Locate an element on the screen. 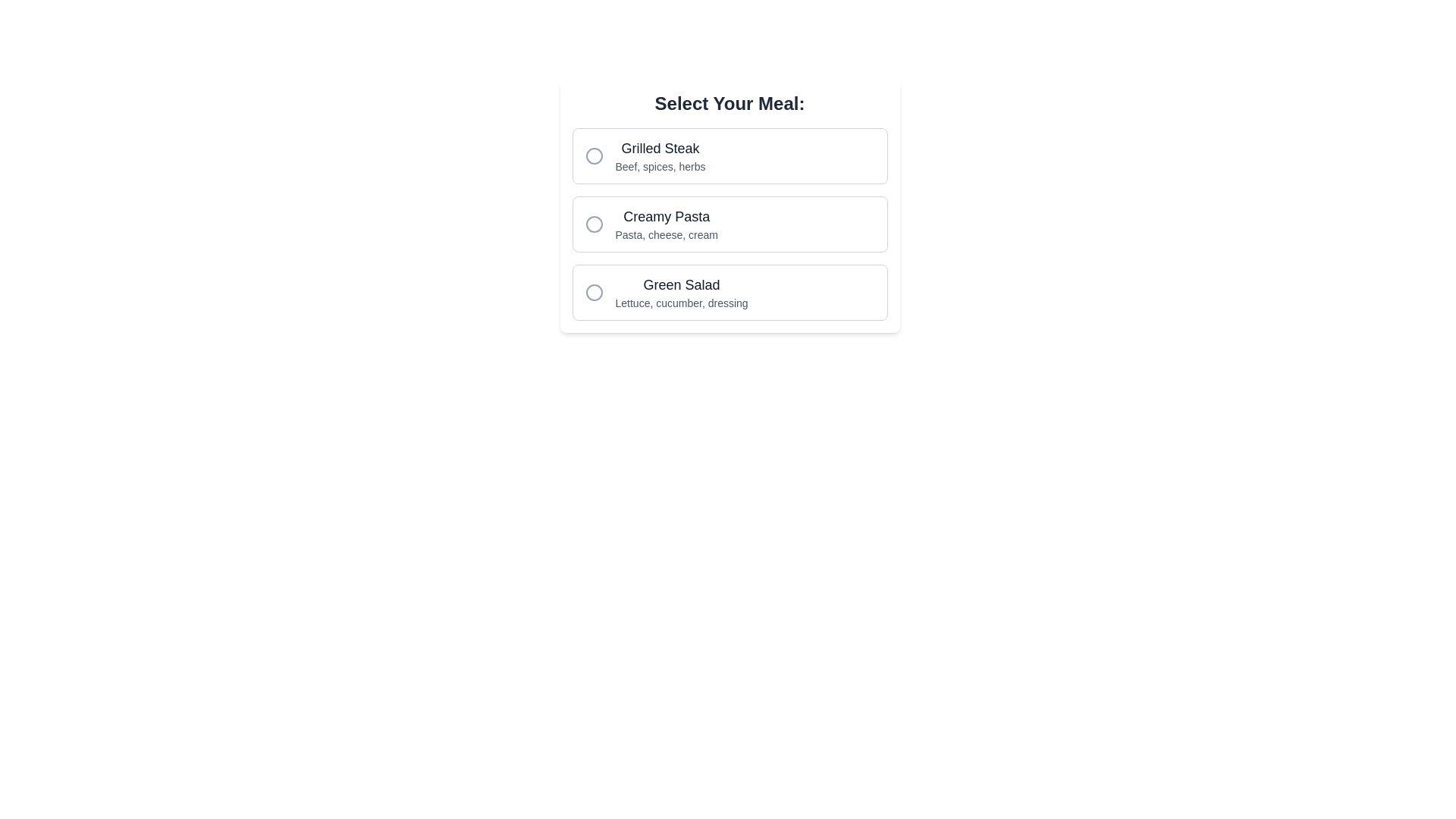 This screenshot has height=819, width=1456. the text label displaying 'Green Salad' which is the third item in the selection menu, positioned below 'Creamy Pasta' is located at coordinates (681, 292).